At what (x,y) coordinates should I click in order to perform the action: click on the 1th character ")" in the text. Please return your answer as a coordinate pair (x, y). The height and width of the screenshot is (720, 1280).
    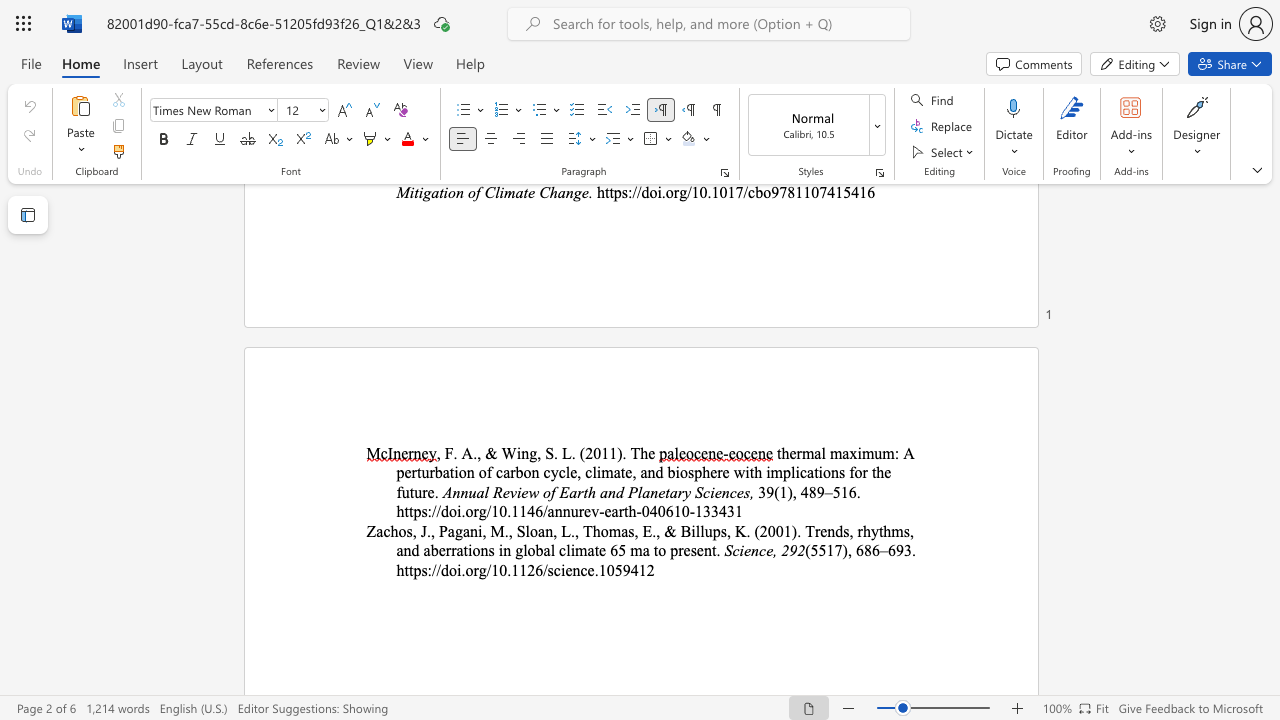
    Looking at the image, I should click on (793, 530).